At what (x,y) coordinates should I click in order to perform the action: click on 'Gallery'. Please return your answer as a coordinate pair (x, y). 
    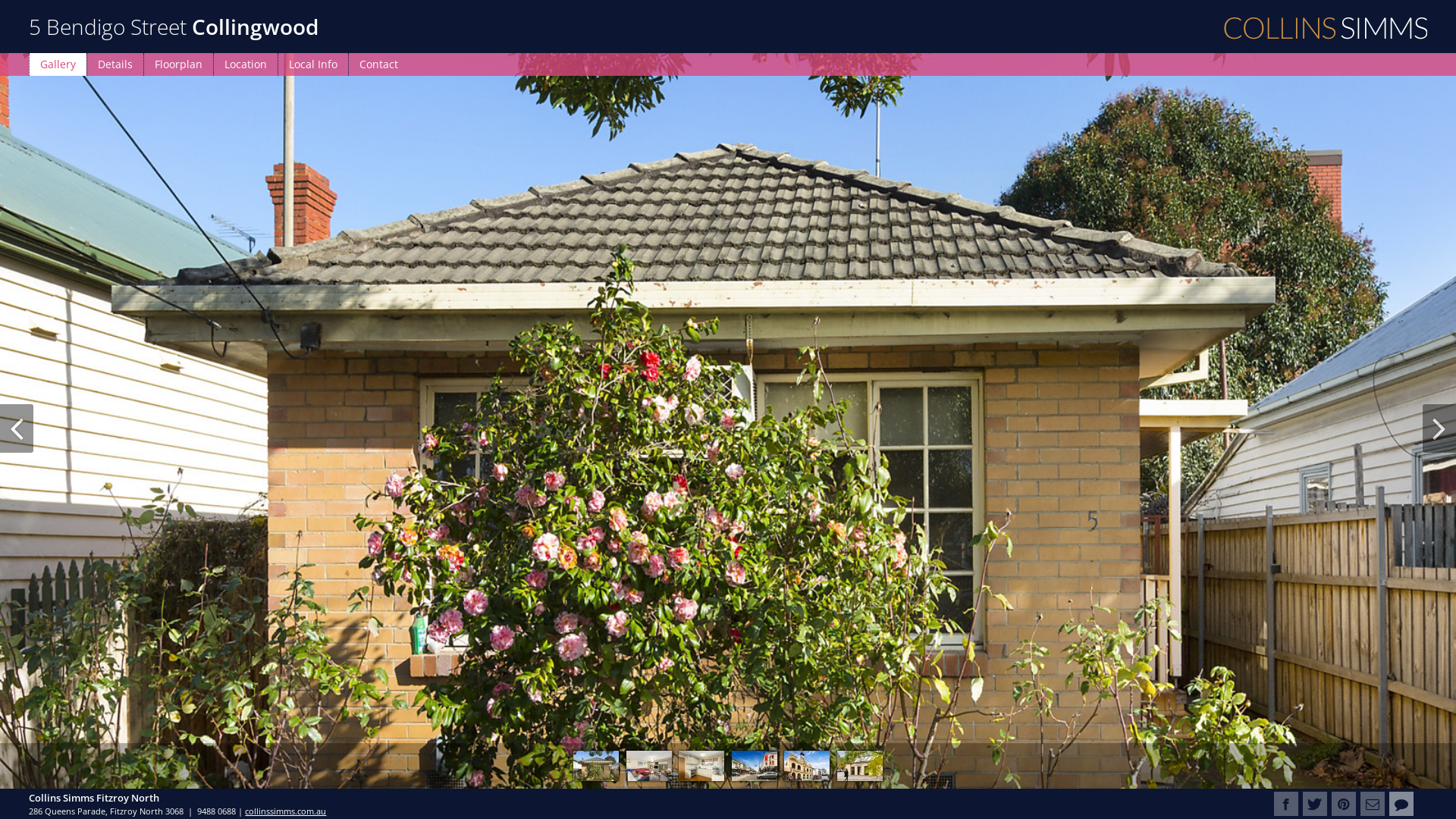
    Looking at the image, I should click on (58, 63).